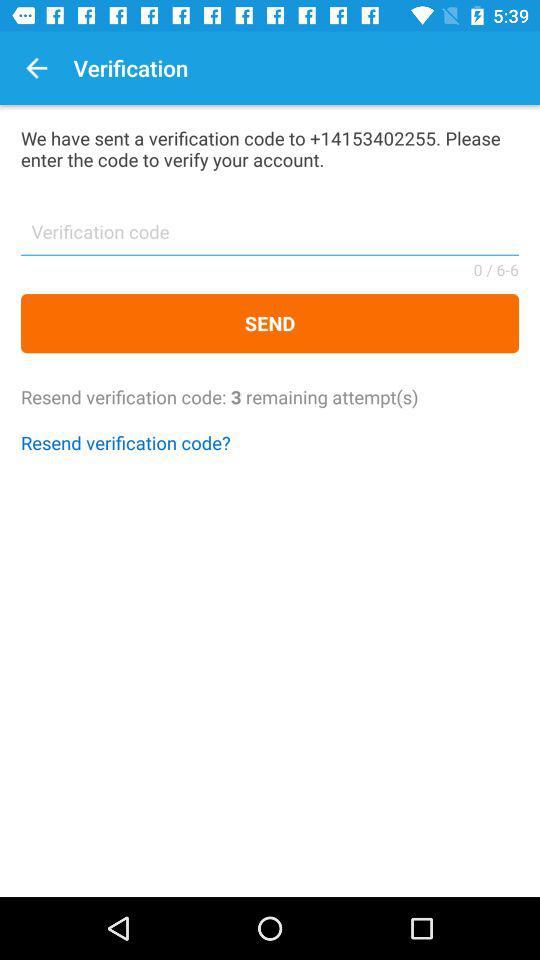 The width and height of the screenshot is (540, 960). I want to click on the item below we have sent icon, so click(270, 238).